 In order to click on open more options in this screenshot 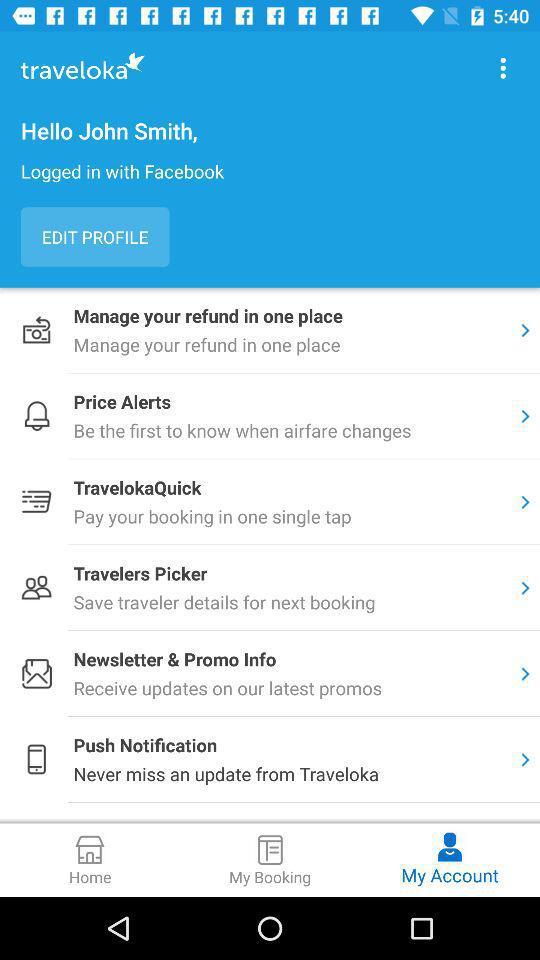, I will do `click(502, 68)`.